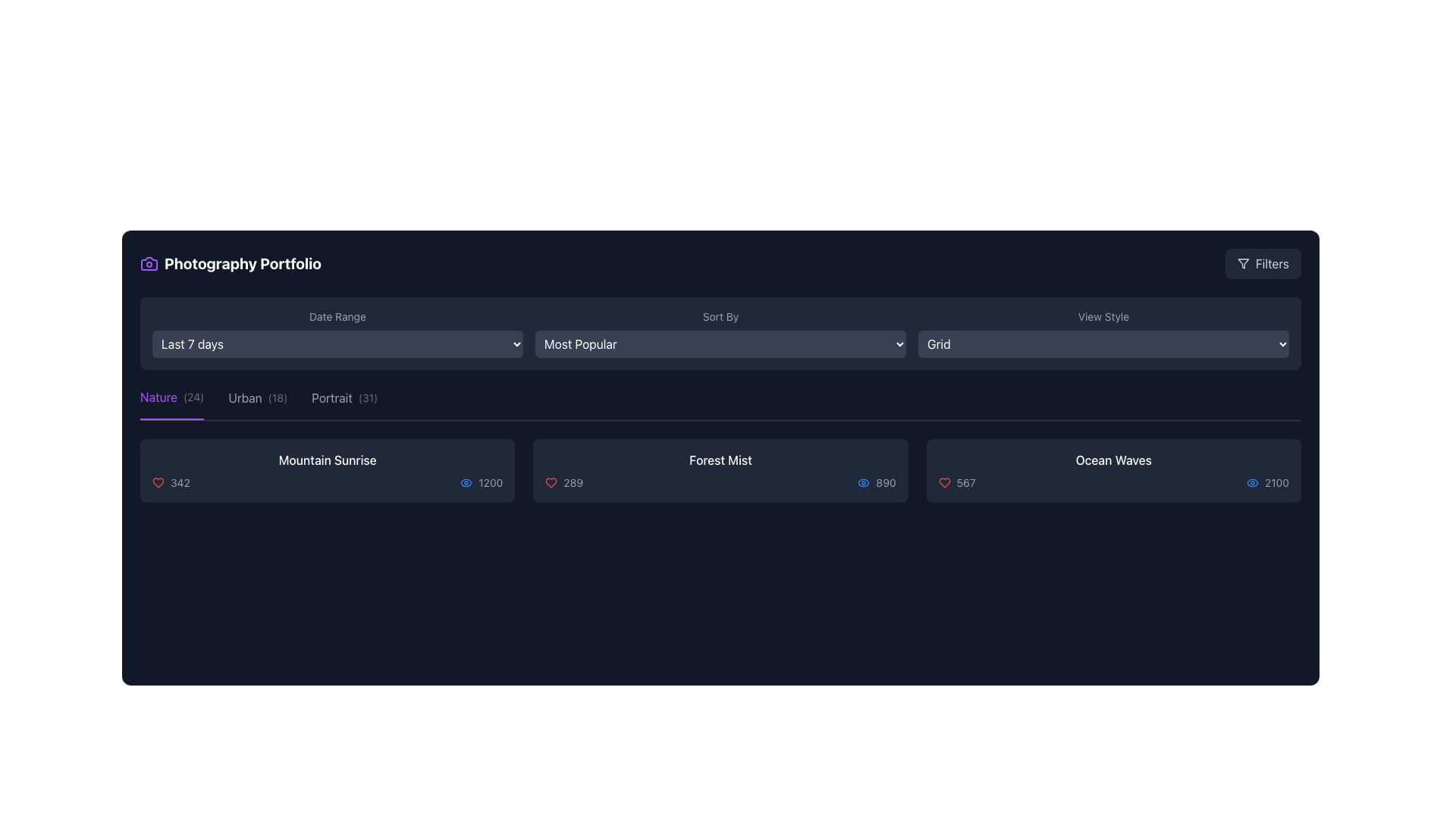 This screenshot has width=1456, height=819. Describe the element at coordinates (720, 470) in the screenshot. I see `the middle grid item titled 'Forest Mist', which contains a heart icon with '289' likes and an eye icon with '890' views, located in the Photography Portfolio interface` at that location.